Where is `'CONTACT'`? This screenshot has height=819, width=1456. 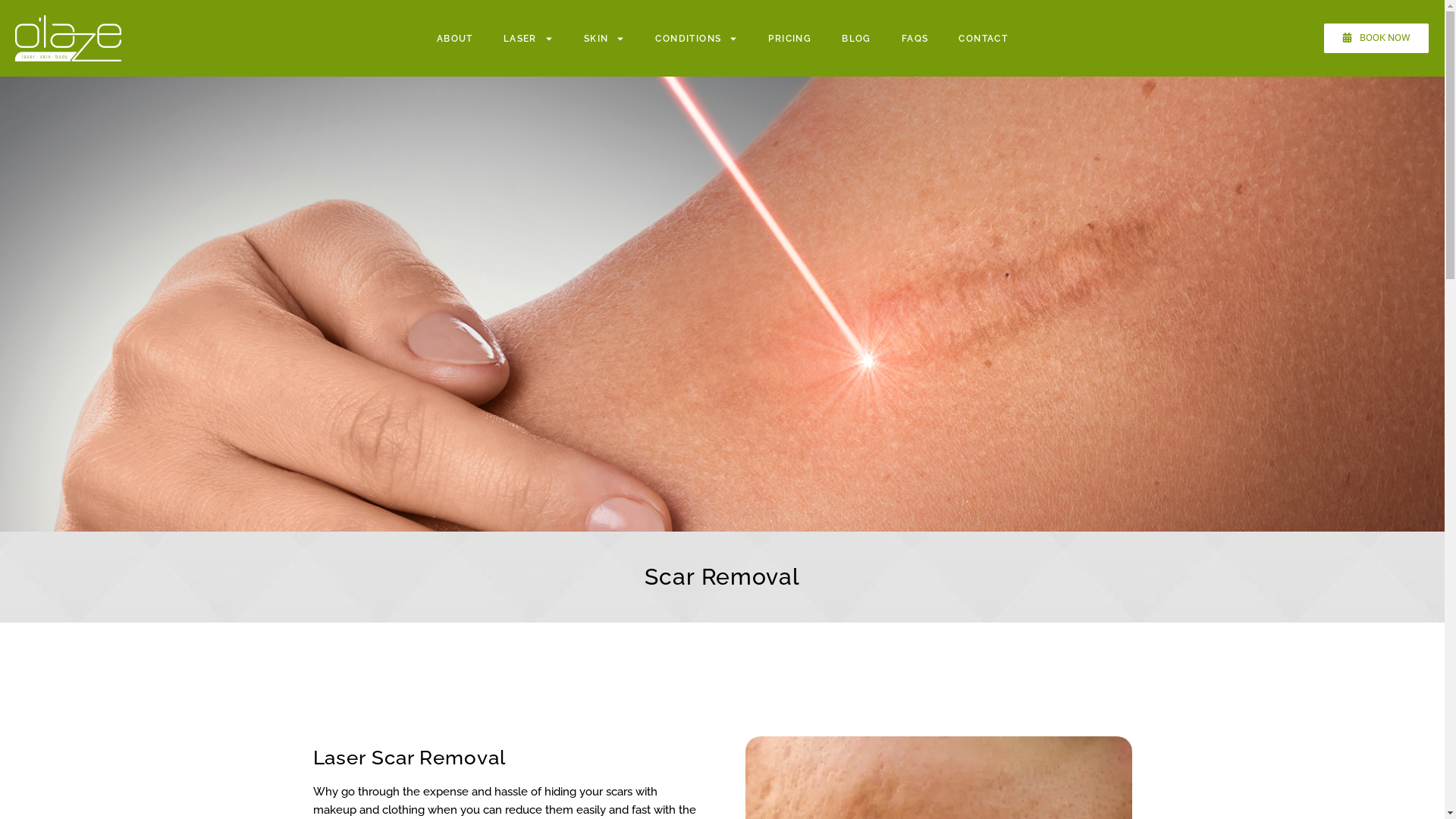
'CONTACT' is located at coordinates (983, 37).